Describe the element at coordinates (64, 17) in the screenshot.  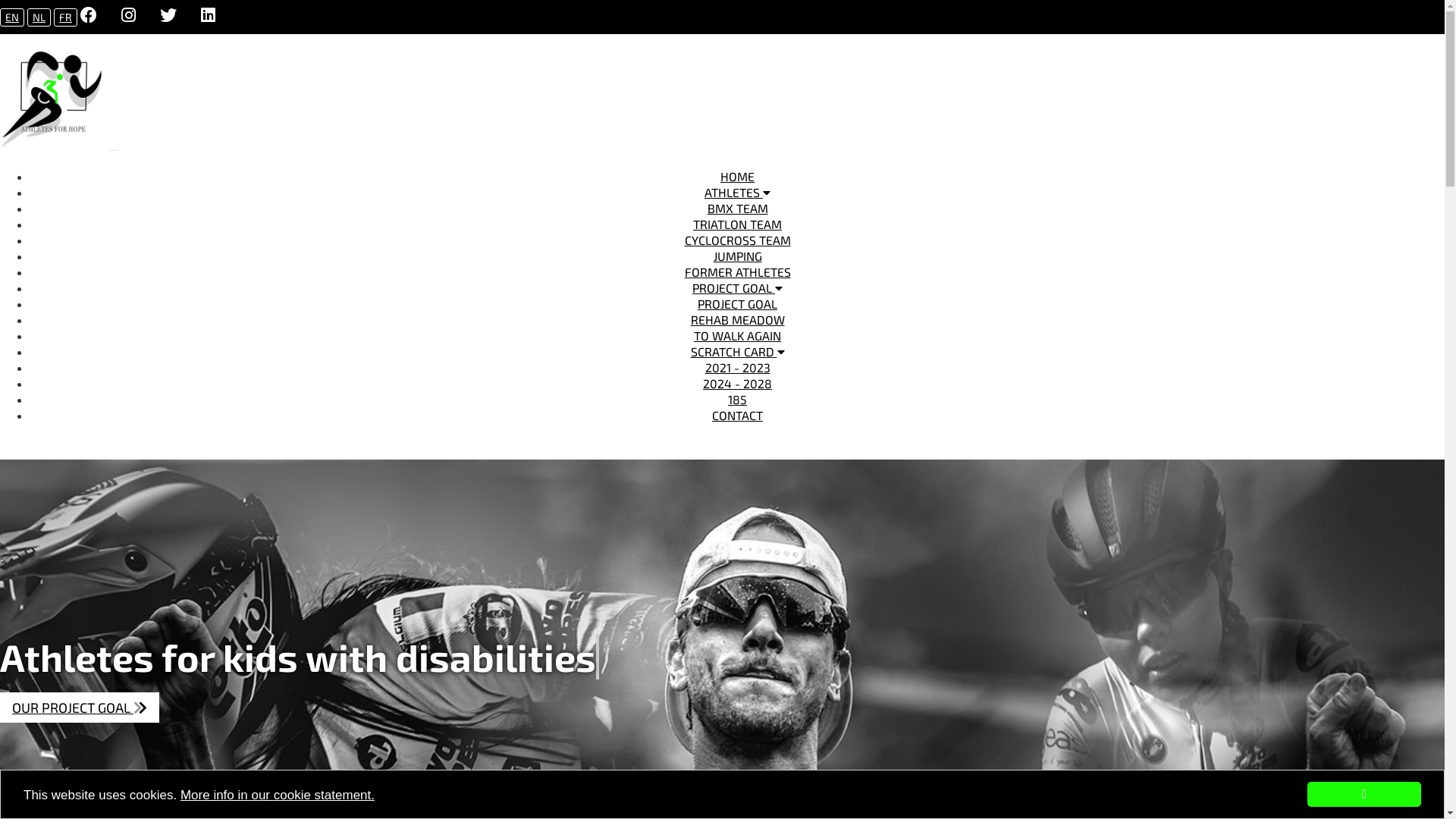
I see `'FR'` at that location.